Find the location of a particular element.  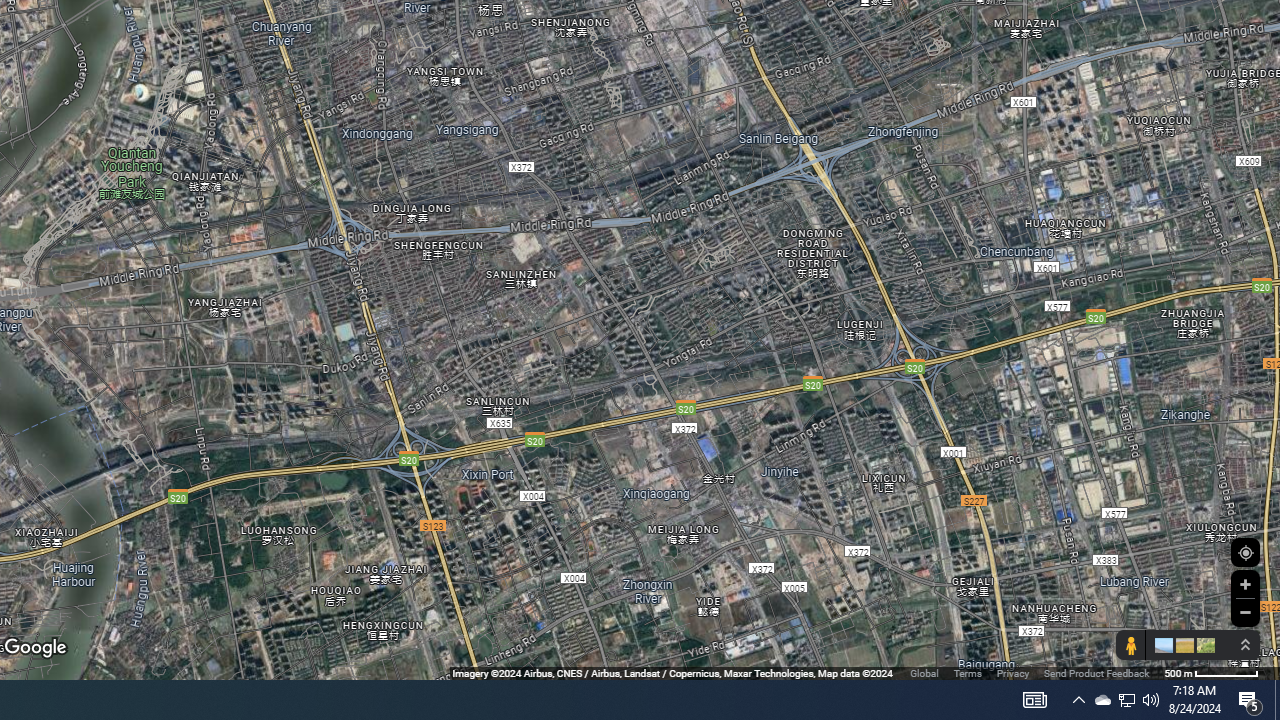

'Zoom out' is located at coordinates (1244, 611).